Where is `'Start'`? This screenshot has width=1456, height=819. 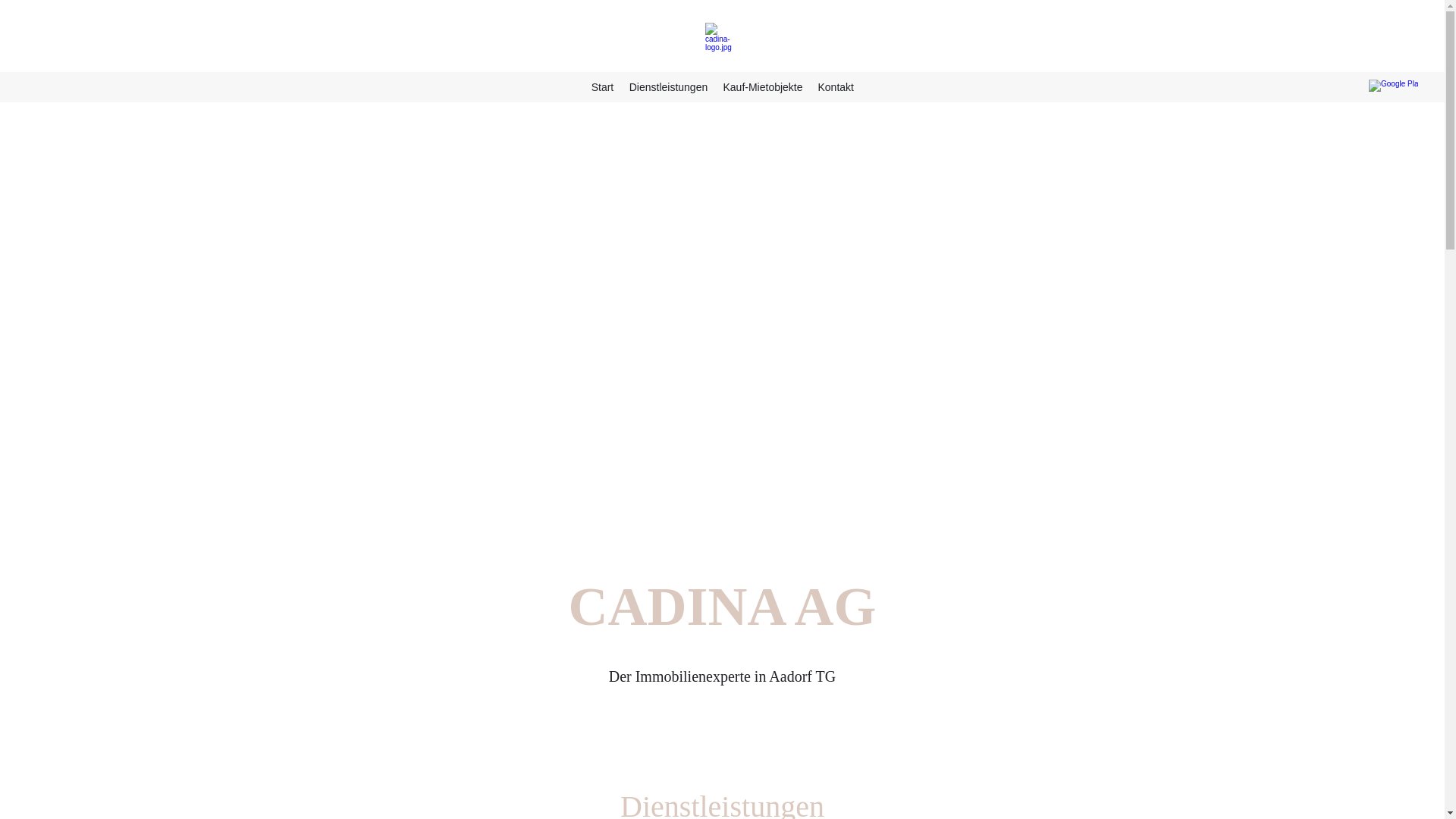
'Start' is located at coordinates (601, 87).